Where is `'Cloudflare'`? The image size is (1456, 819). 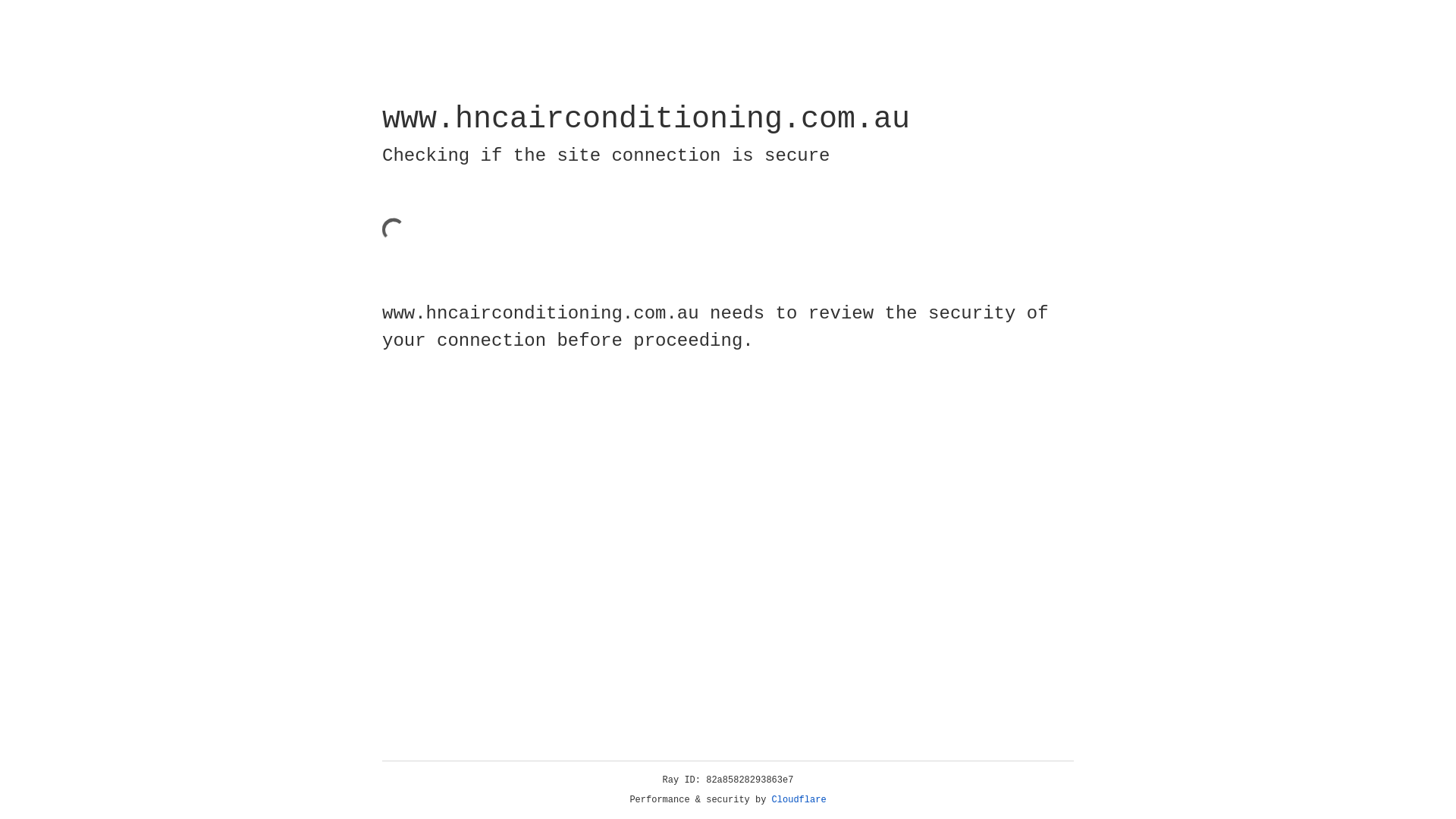
'Cloudflare' is located at coordinates (799, 799).